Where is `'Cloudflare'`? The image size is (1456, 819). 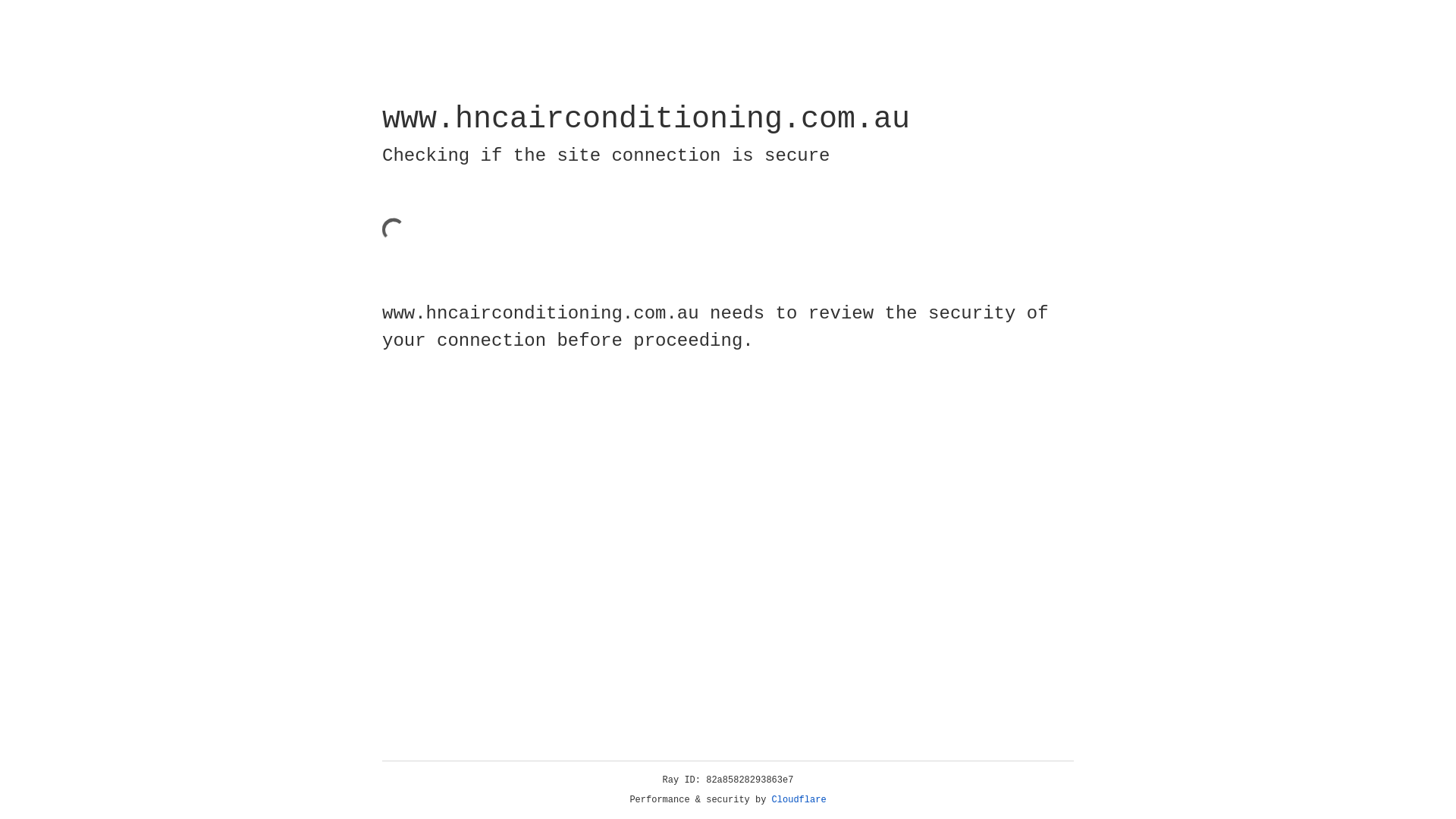
'Cloudflare' is located at coordinates (799, 799).